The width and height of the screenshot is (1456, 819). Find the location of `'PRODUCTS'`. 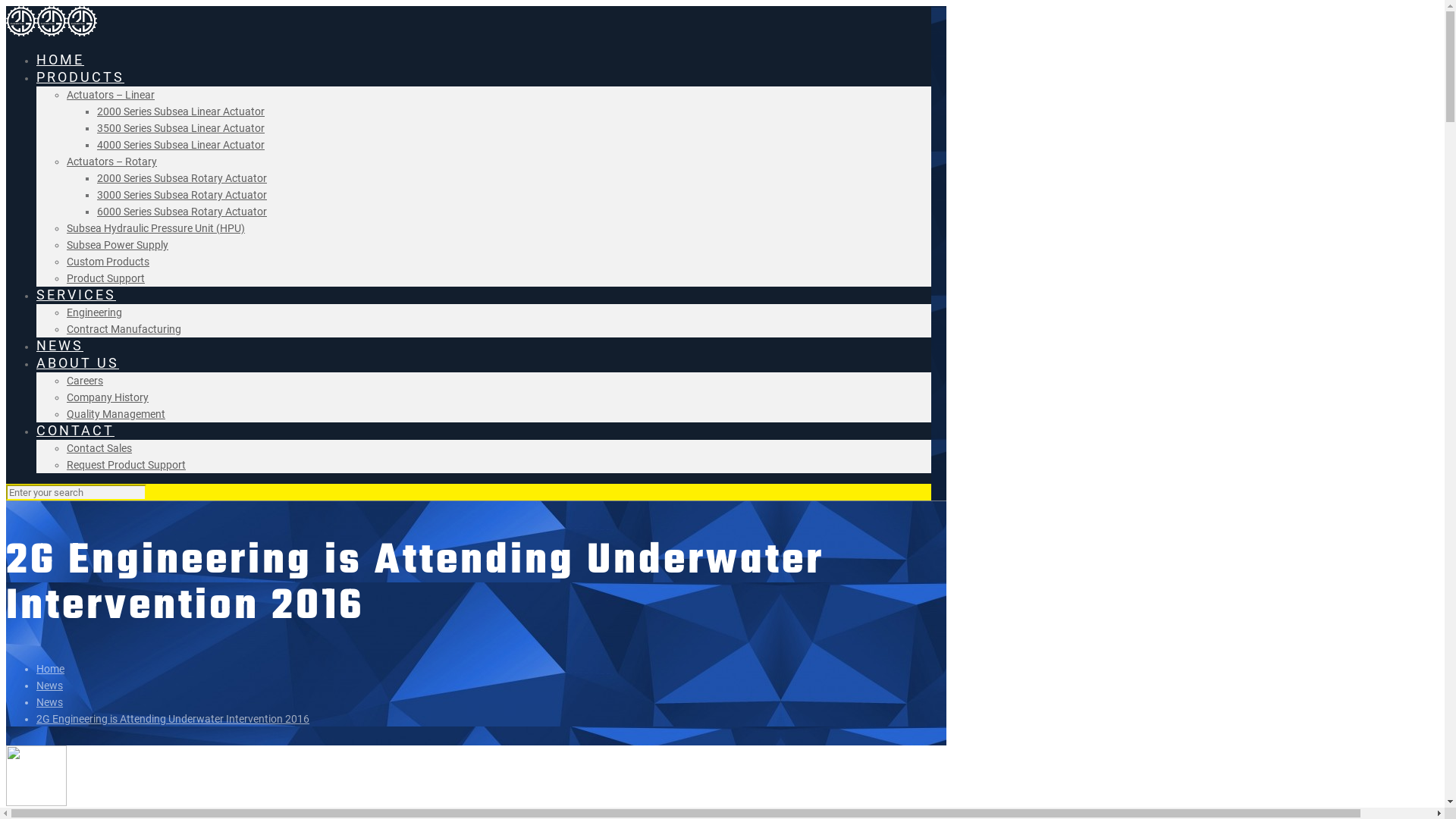

'PRODUCTS' is located at coordinates (79, 77).